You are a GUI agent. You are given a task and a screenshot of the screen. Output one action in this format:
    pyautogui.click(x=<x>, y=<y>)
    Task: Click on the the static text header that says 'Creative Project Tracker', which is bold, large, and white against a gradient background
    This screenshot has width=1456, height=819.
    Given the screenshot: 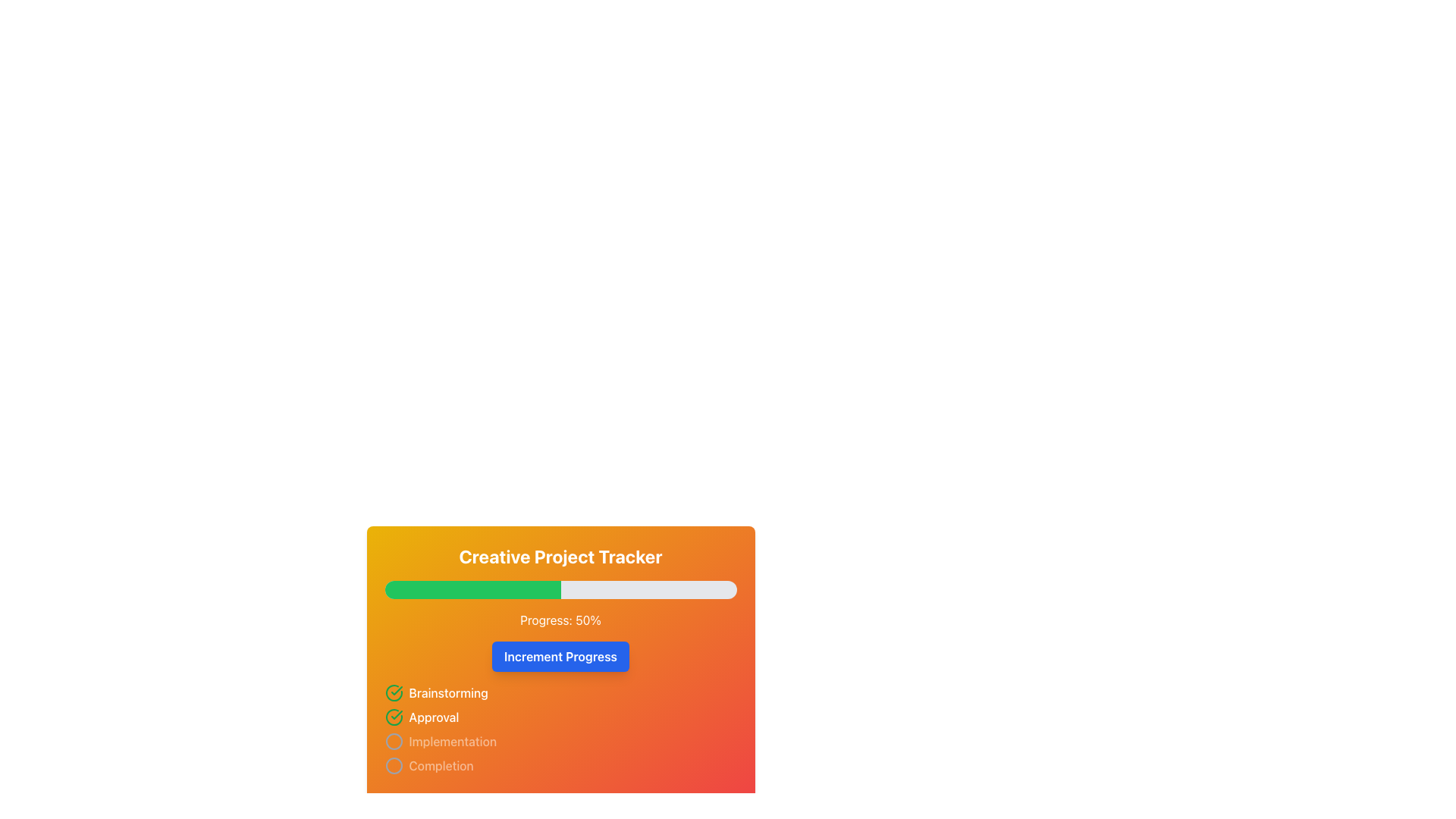 What is the action you would take?
    pyautogui.click(x=560, y=556)
    